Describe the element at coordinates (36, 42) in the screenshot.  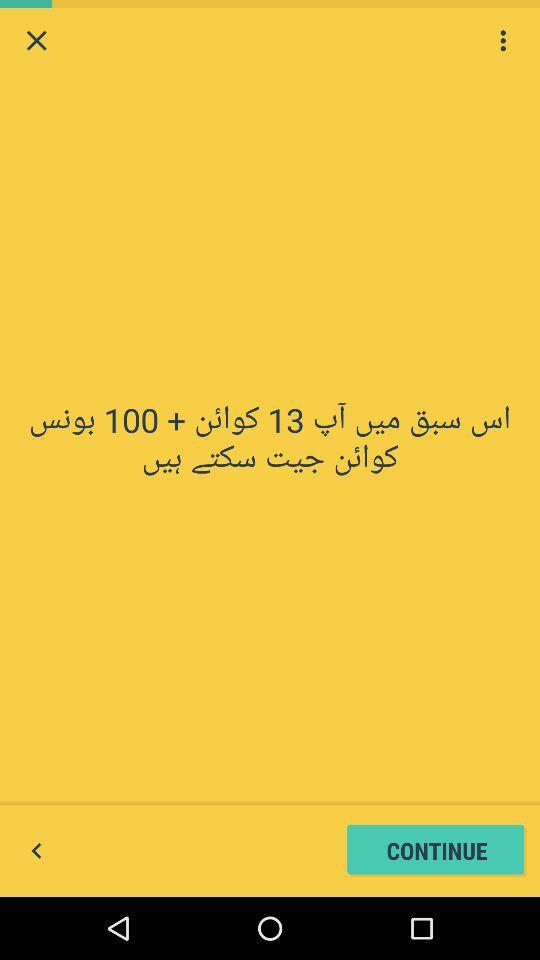
I see `the close icon` at that location.